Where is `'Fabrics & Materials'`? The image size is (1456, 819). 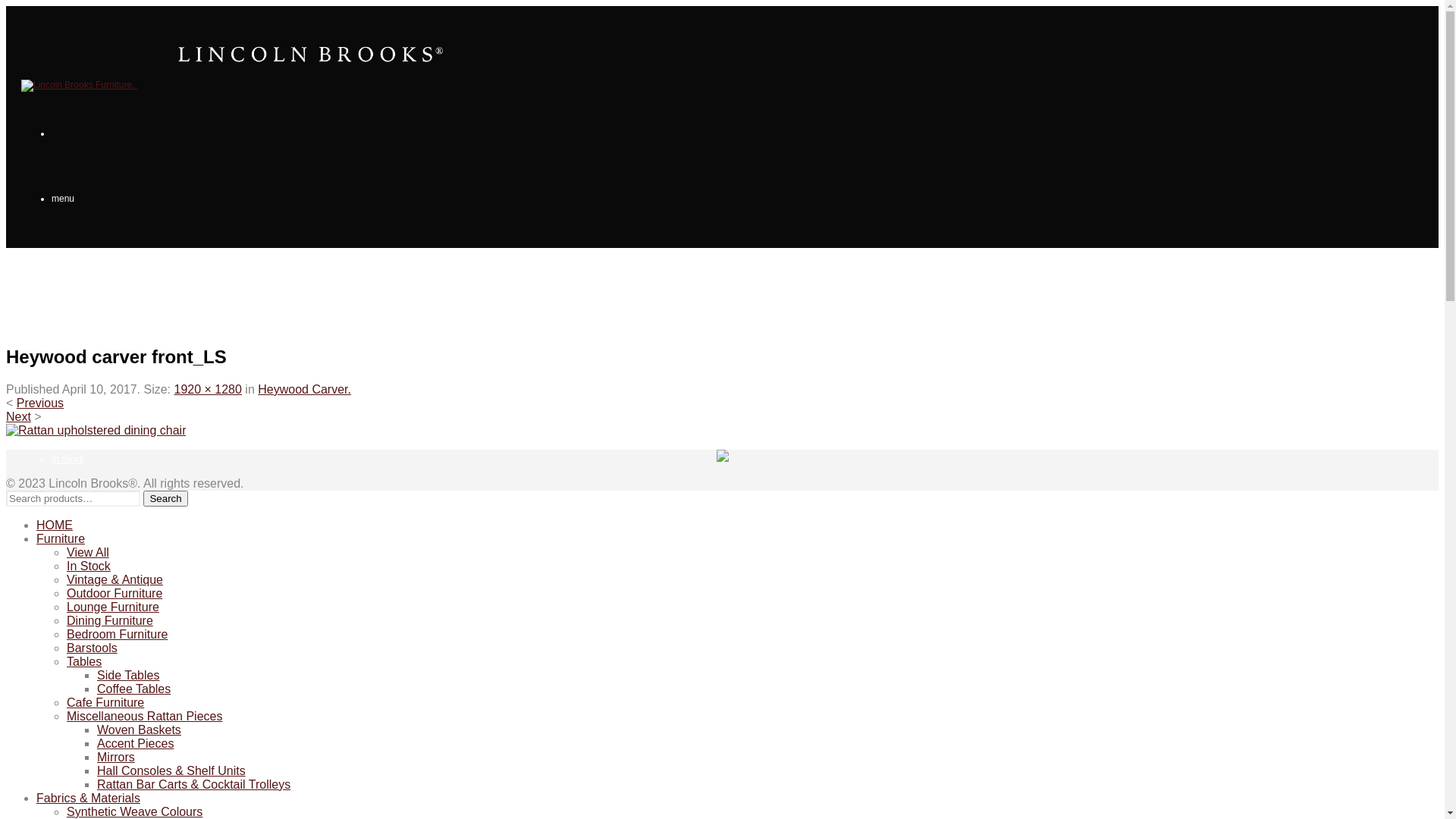 'Fabrics & Materials' is located at coordinates (36, 797).